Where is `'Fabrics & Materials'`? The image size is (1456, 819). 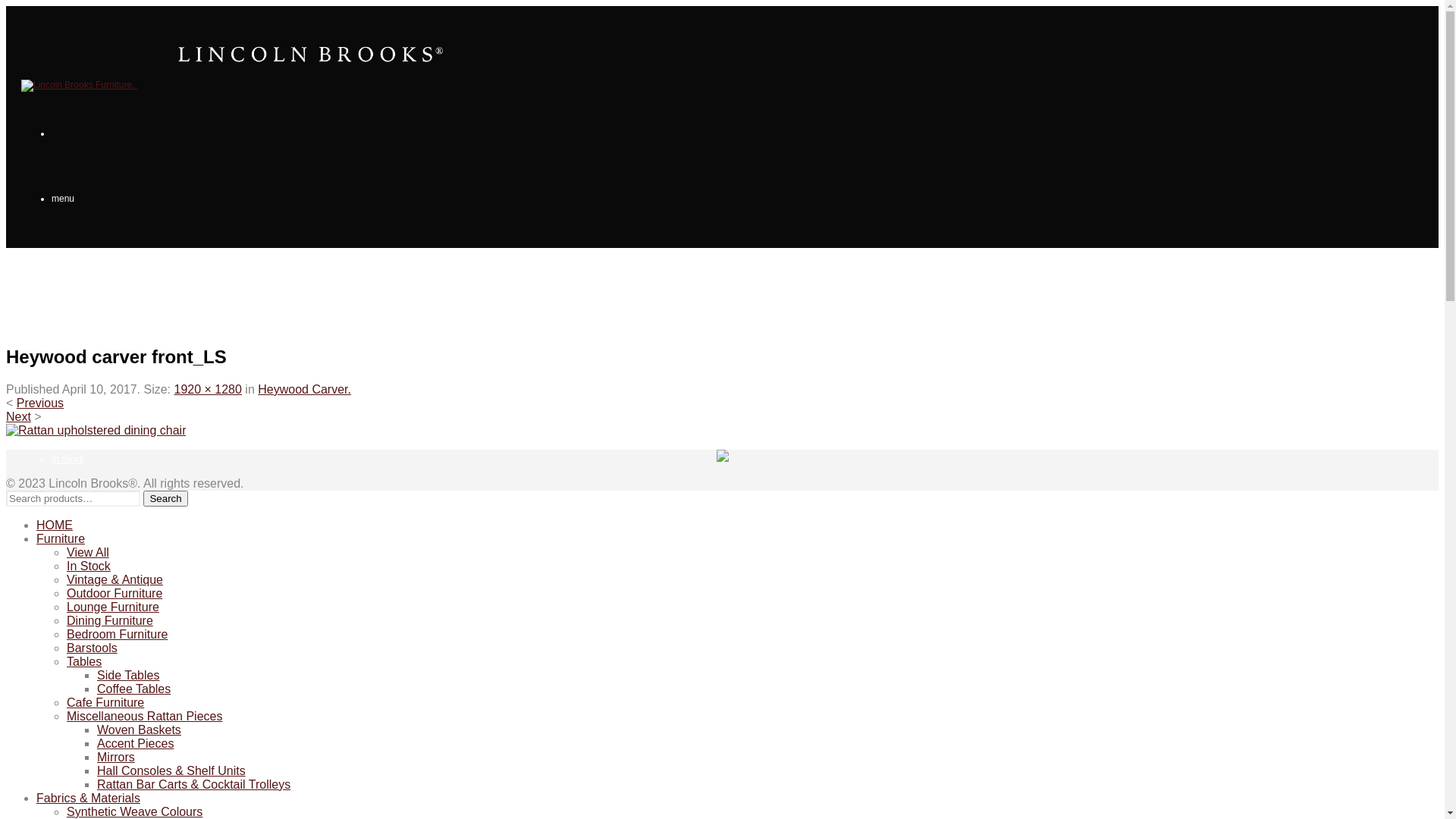 'Fabrics & Materials' is located at coordinates (36, 797).